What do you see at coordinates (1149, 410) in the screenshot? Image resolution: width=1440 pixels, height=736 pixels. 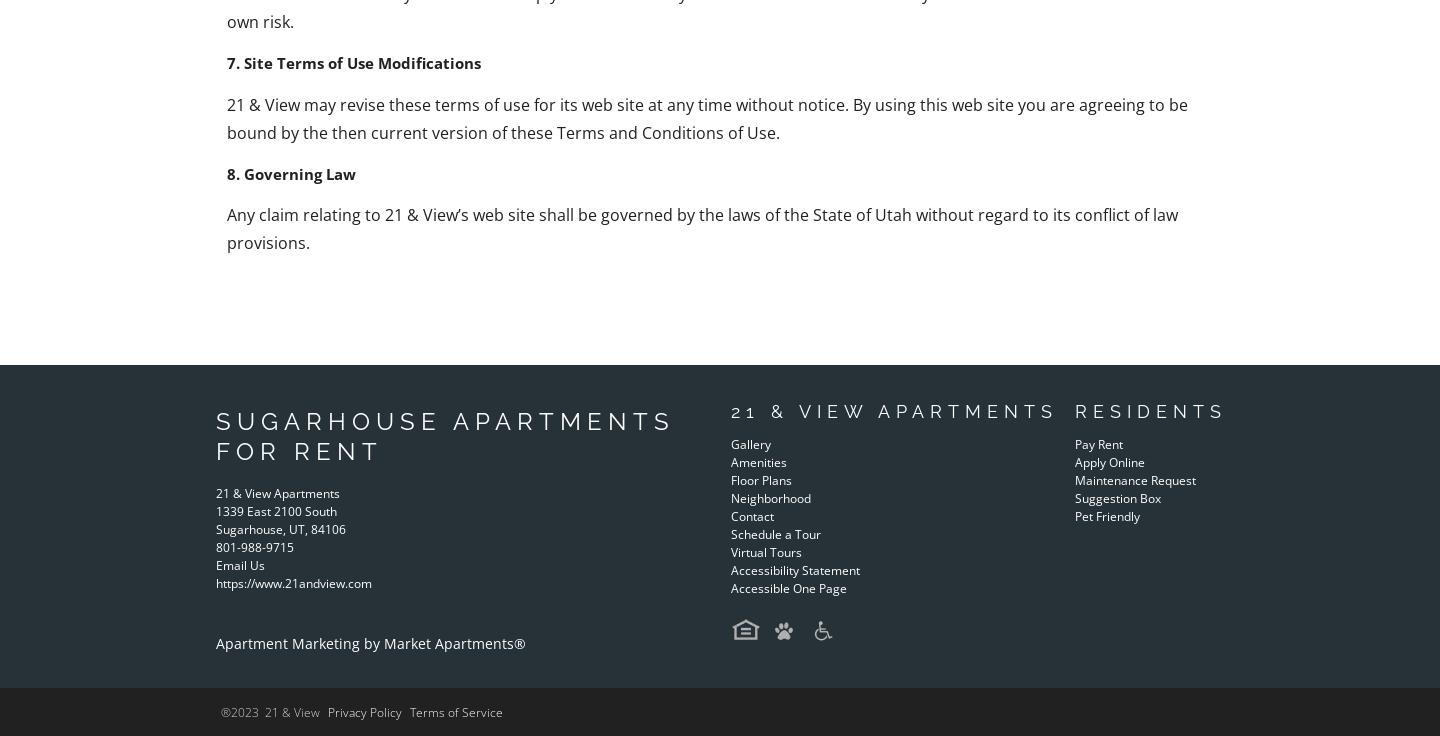 I see `'Residents'` at bounding box center [1149, 410].